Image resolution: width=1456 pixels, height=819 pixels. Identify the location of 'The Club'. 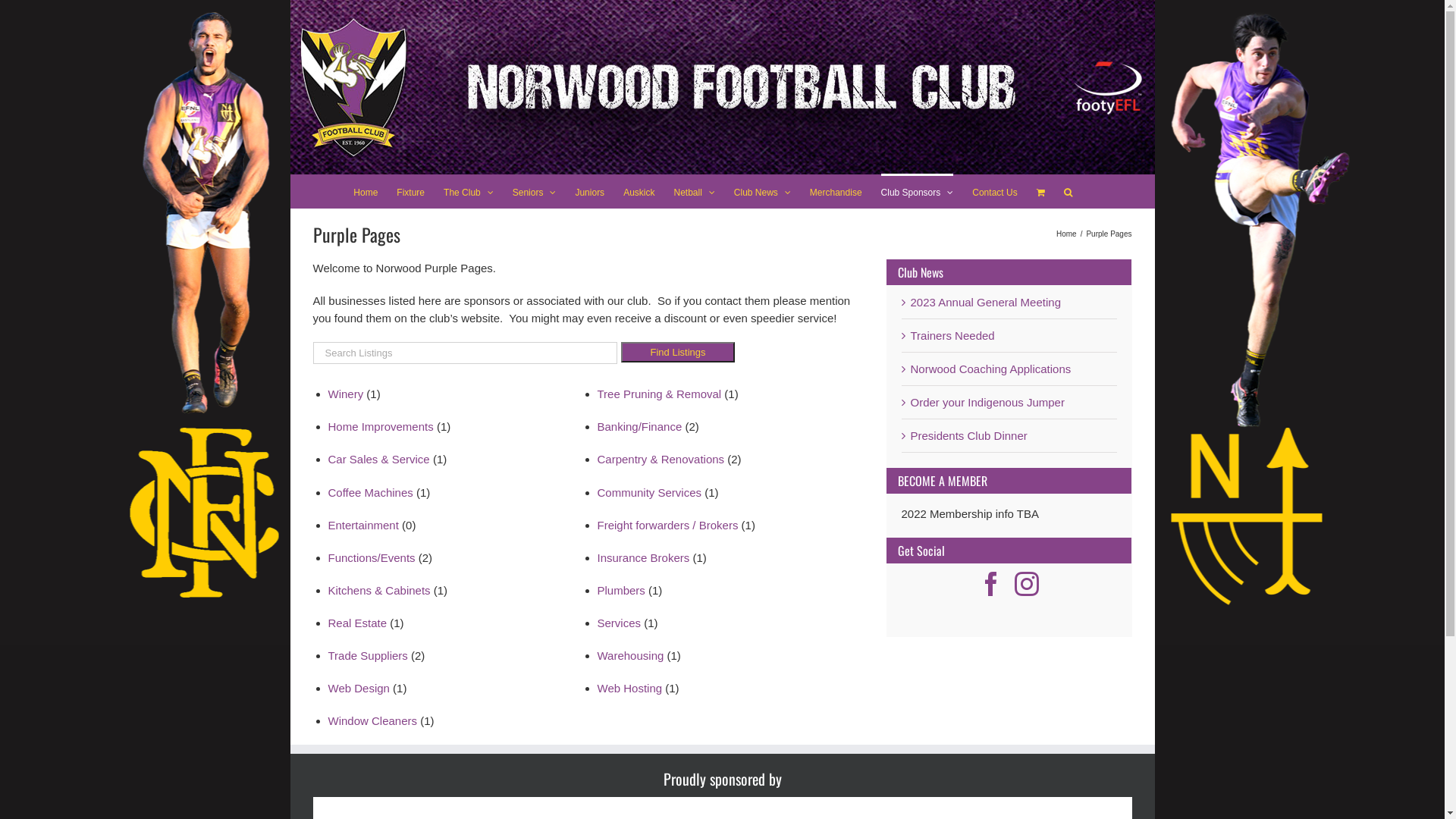
(443, 190).